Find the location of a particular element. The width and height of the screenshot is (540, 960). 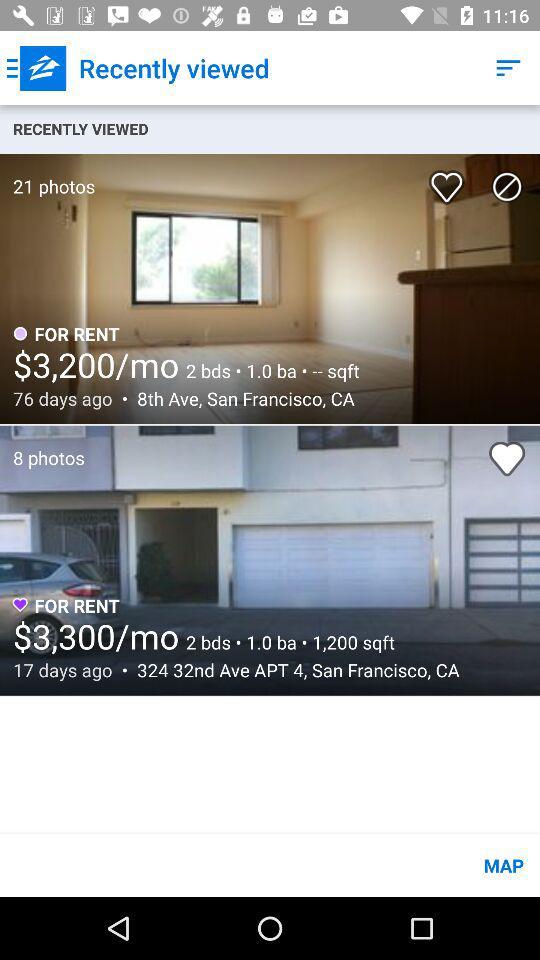

item next to 17 days ago item is located at coordinates (292, 670).